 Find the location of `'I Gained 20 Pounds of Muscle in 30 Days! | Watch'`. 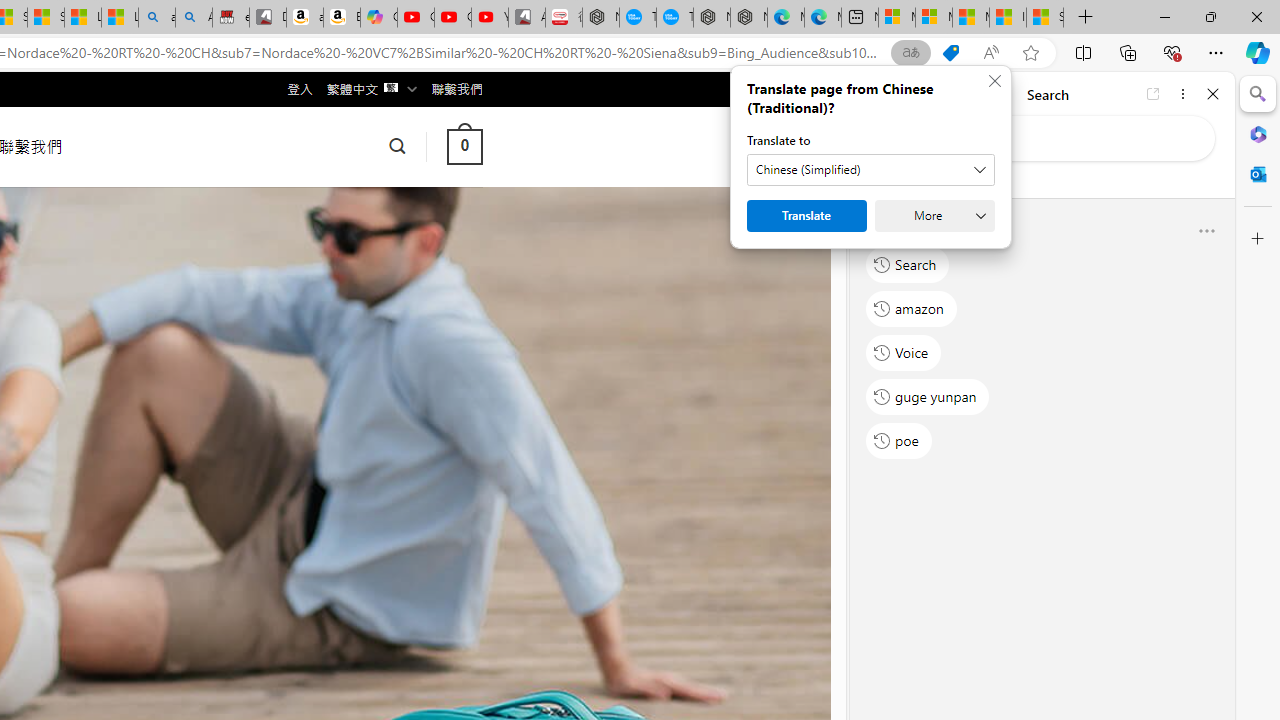

'I Gained 20 Pounds of Muscle in 30 Days! | Watch' is located at coordinates (1008, 17).